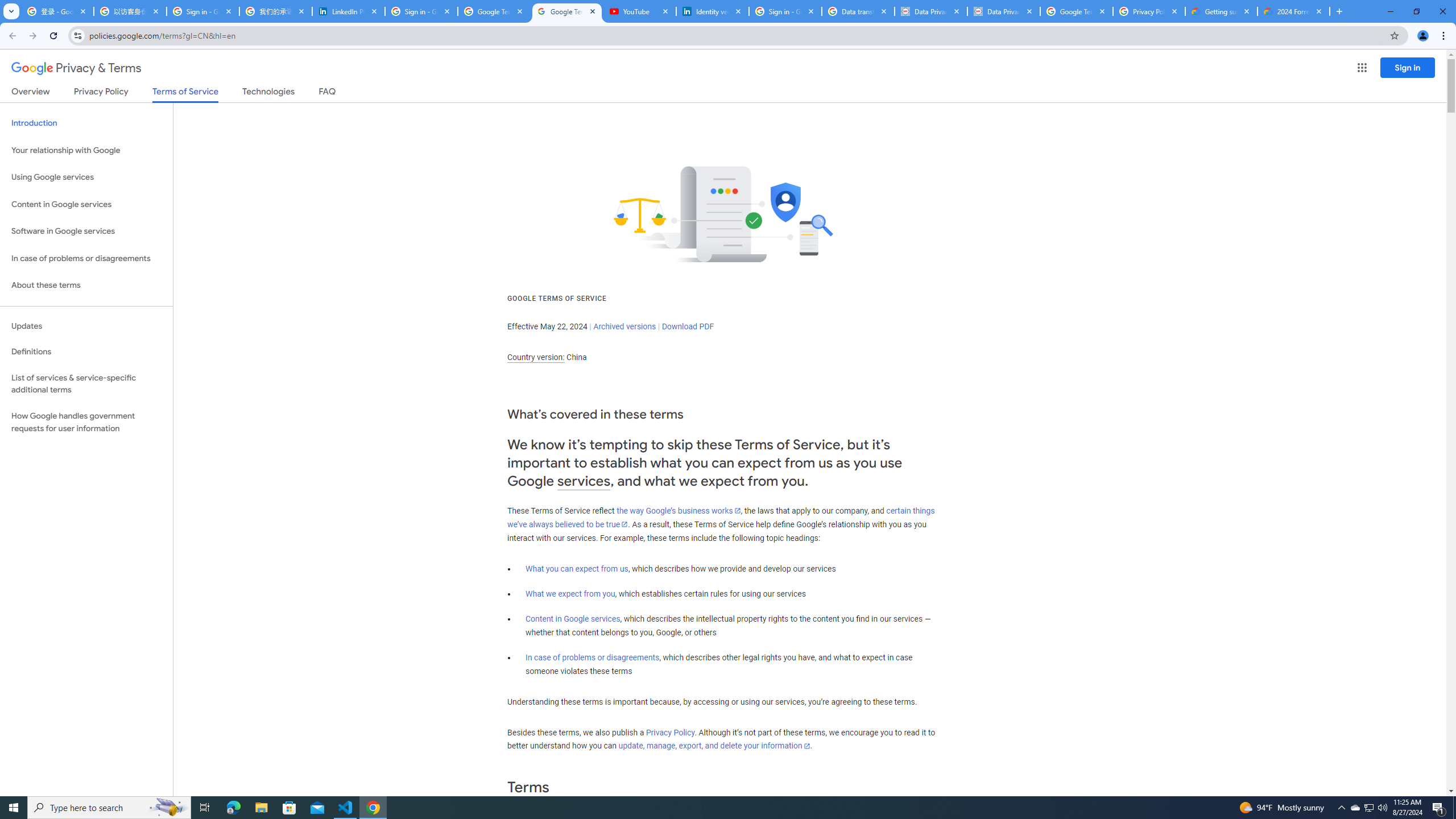  What do you see at coordinates (1389, 11) in the screenshot?
I see `'Minimize'` at bounding box center [1389, 11].